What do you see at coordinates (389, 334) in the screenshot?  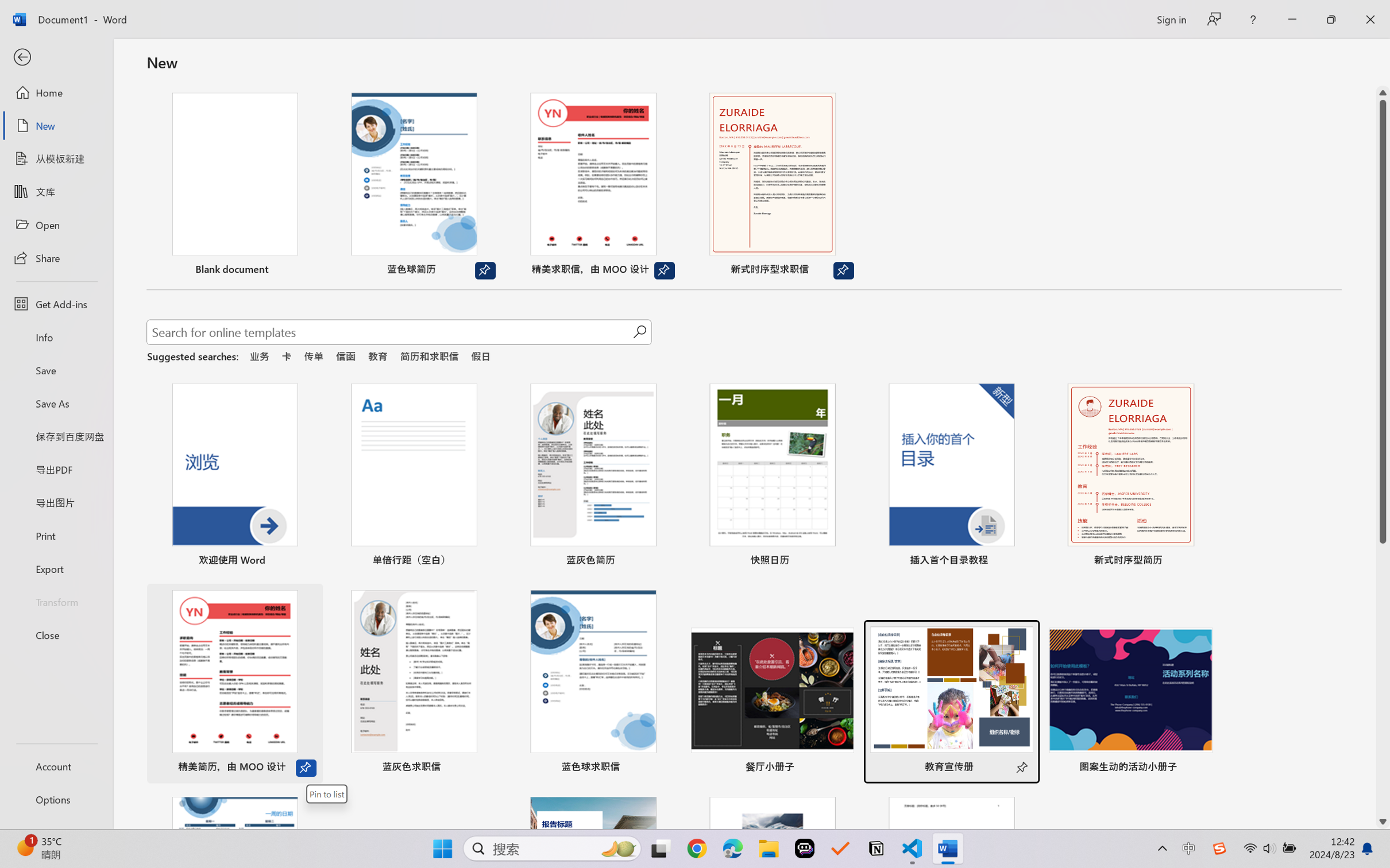 I see `'Search for online templates'` at bounding box center [389, 334].